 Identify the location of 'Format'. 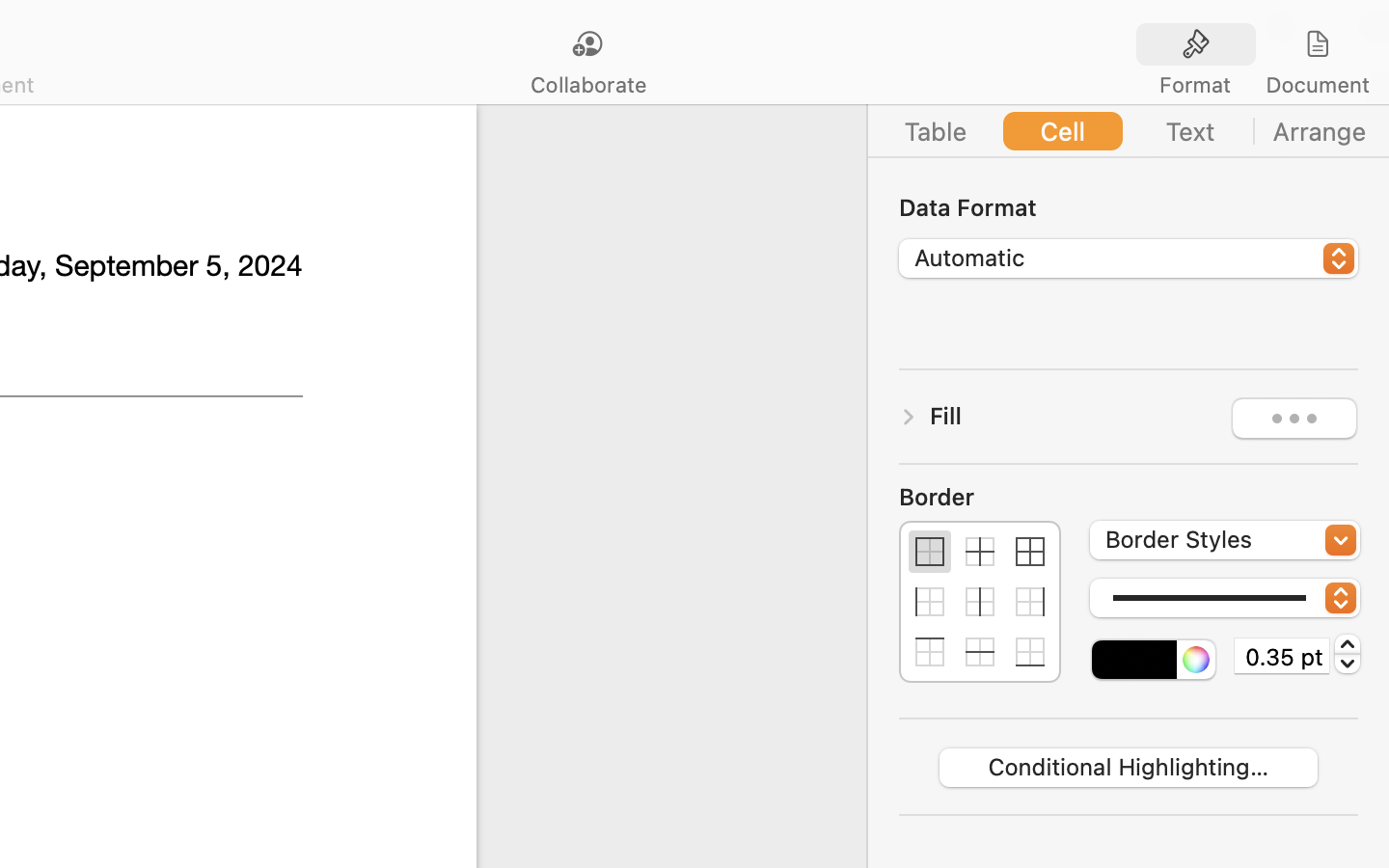
(1193, 84).